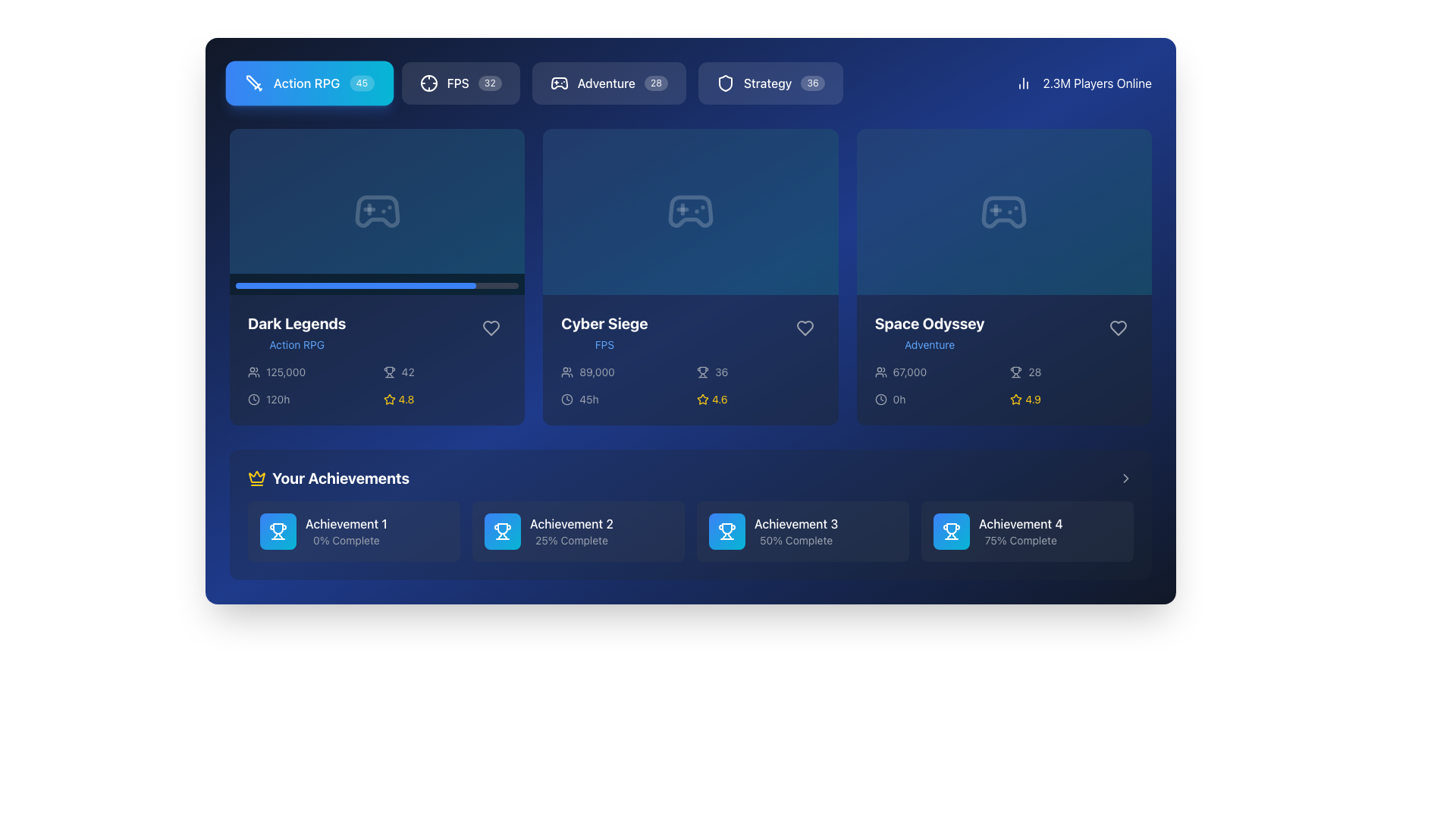 This screenshot has width=1456, height=819. Describe the element at coordinates (566, 372) in the screenshot. I see `the user-related statistic icon located to the left of the text '89,000' on the 'Cyber Siege' card, which is the second card in the top row of cards` at that location.